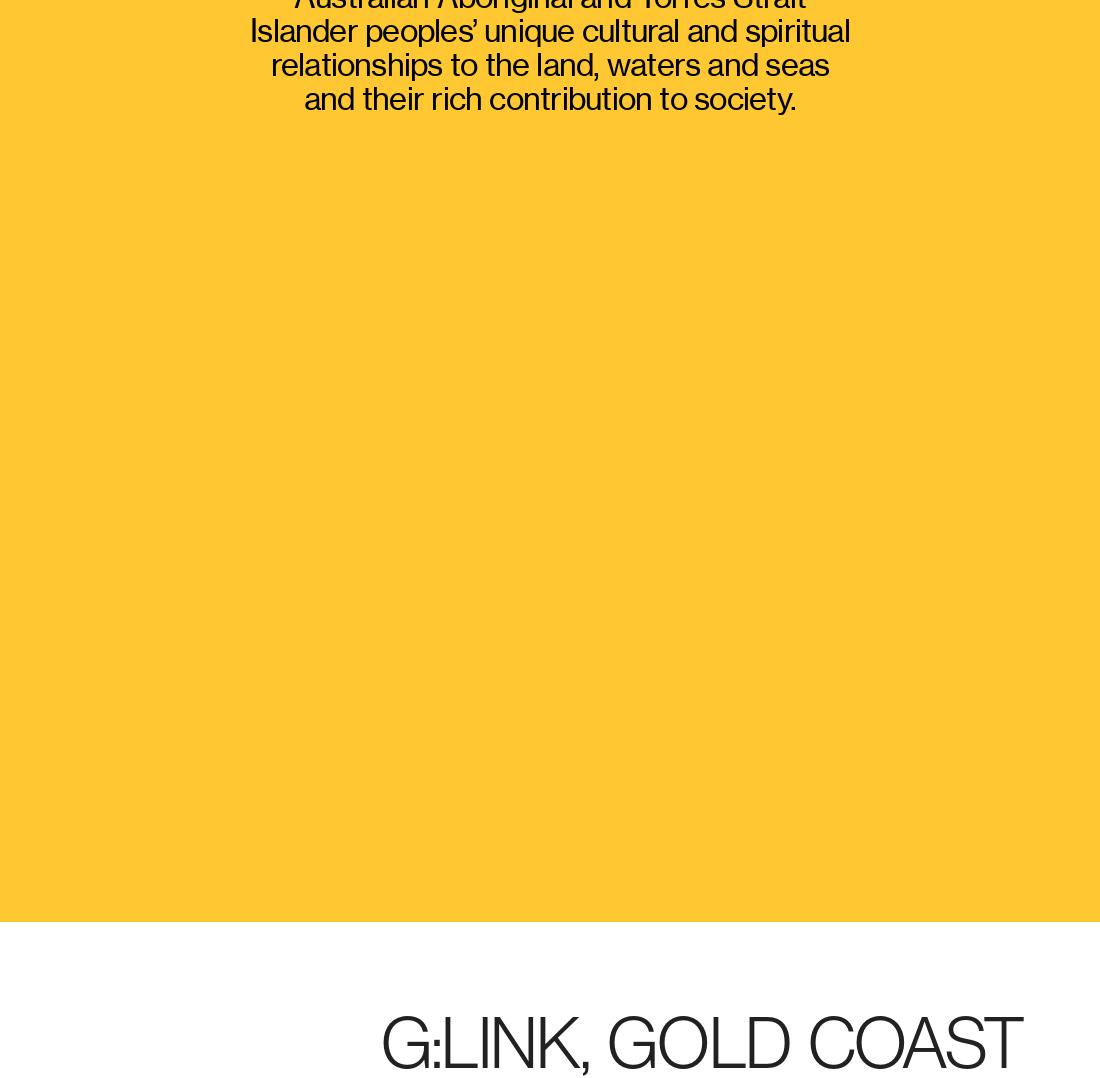 The height and width of the screenshot is (1078, 1100). What do you see at coordinates (1011, 878) in the screenshot?
I see `'Accept'` at bounding box center [1011, 878].